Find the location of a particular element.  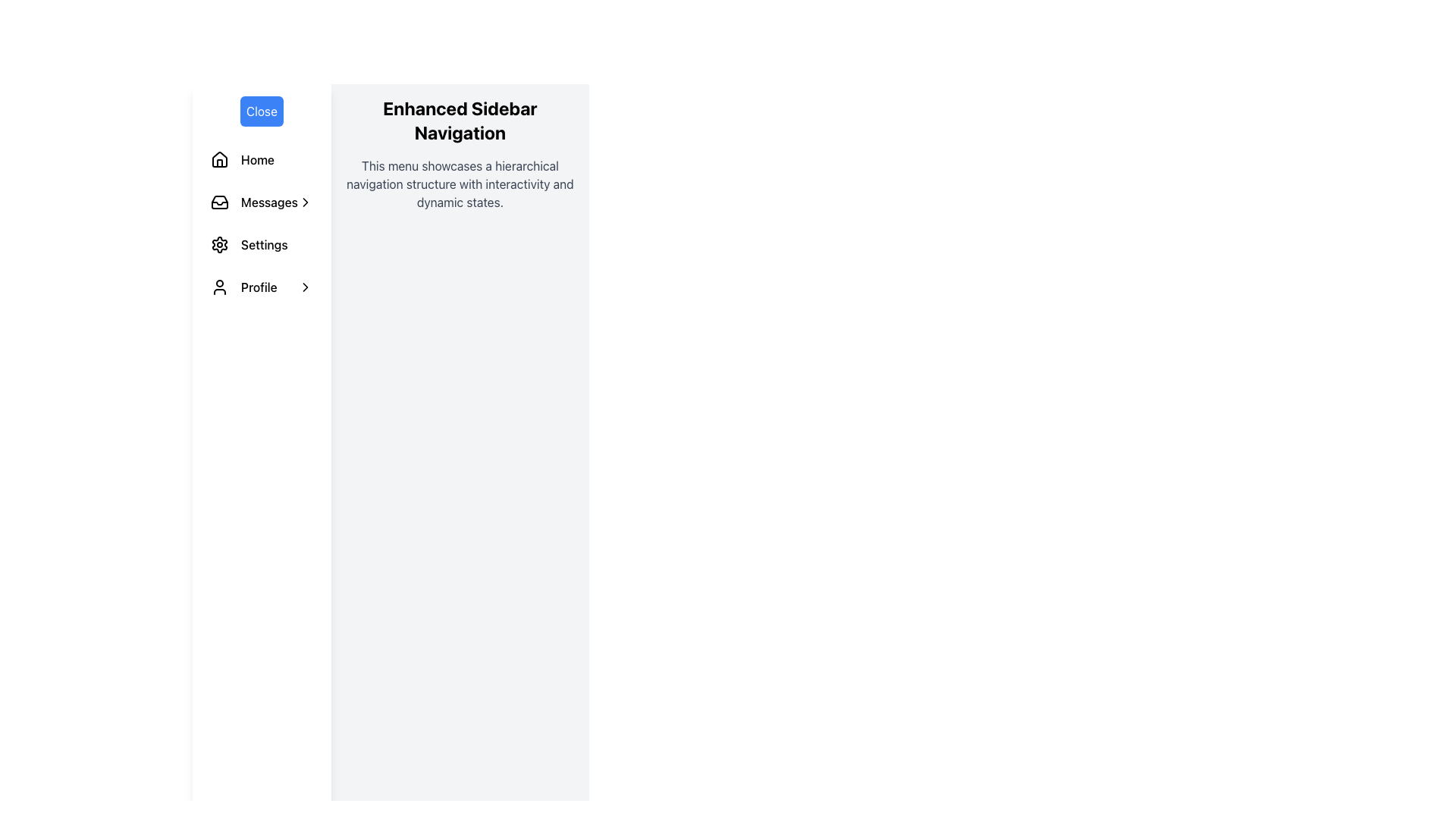

the 'Messages' icon in the sidebar is located at coordinates (218, 201).